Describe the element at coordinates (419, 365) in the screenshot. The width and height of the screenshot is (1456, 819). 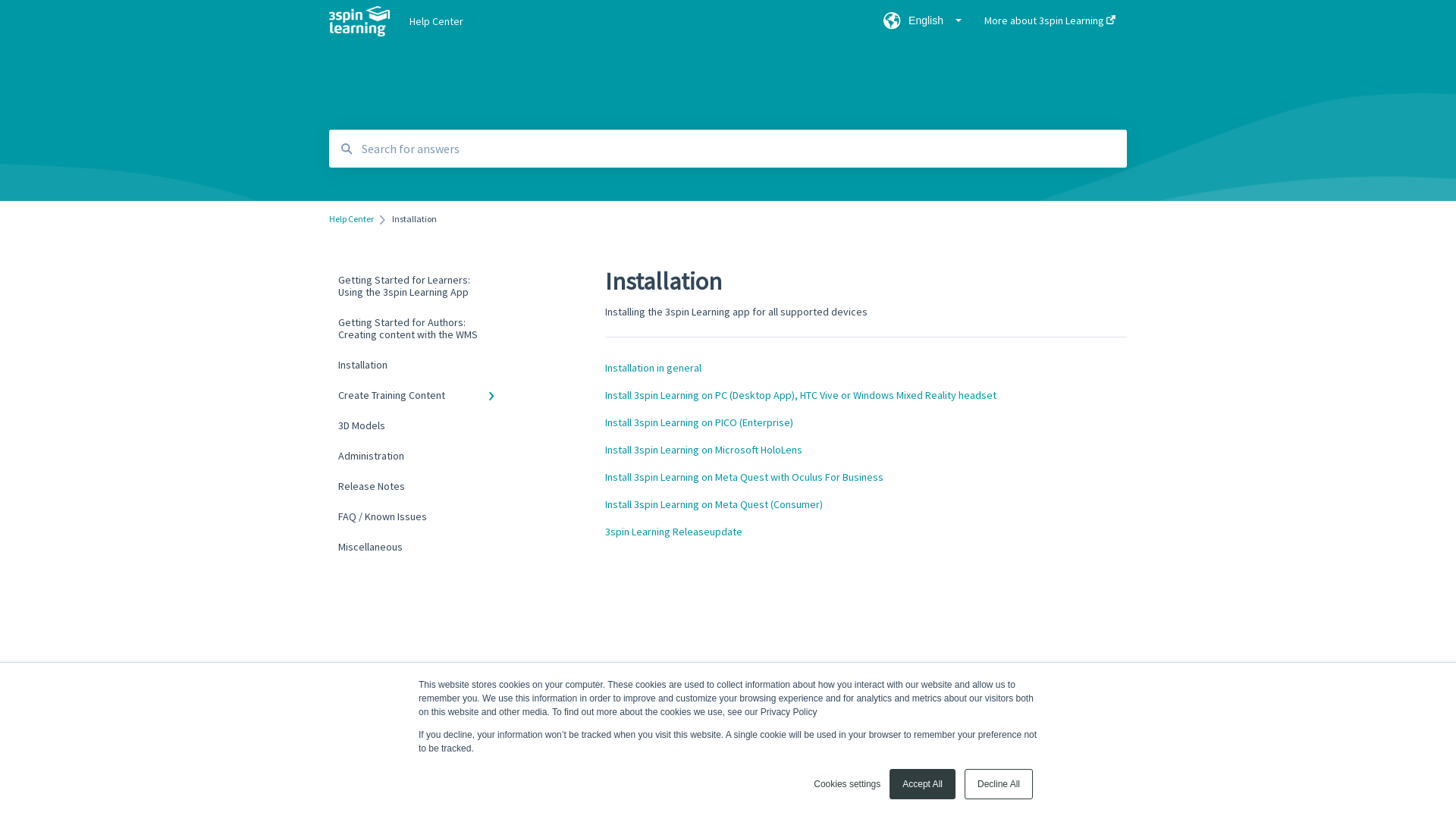
I see `'Installation'` at that location.